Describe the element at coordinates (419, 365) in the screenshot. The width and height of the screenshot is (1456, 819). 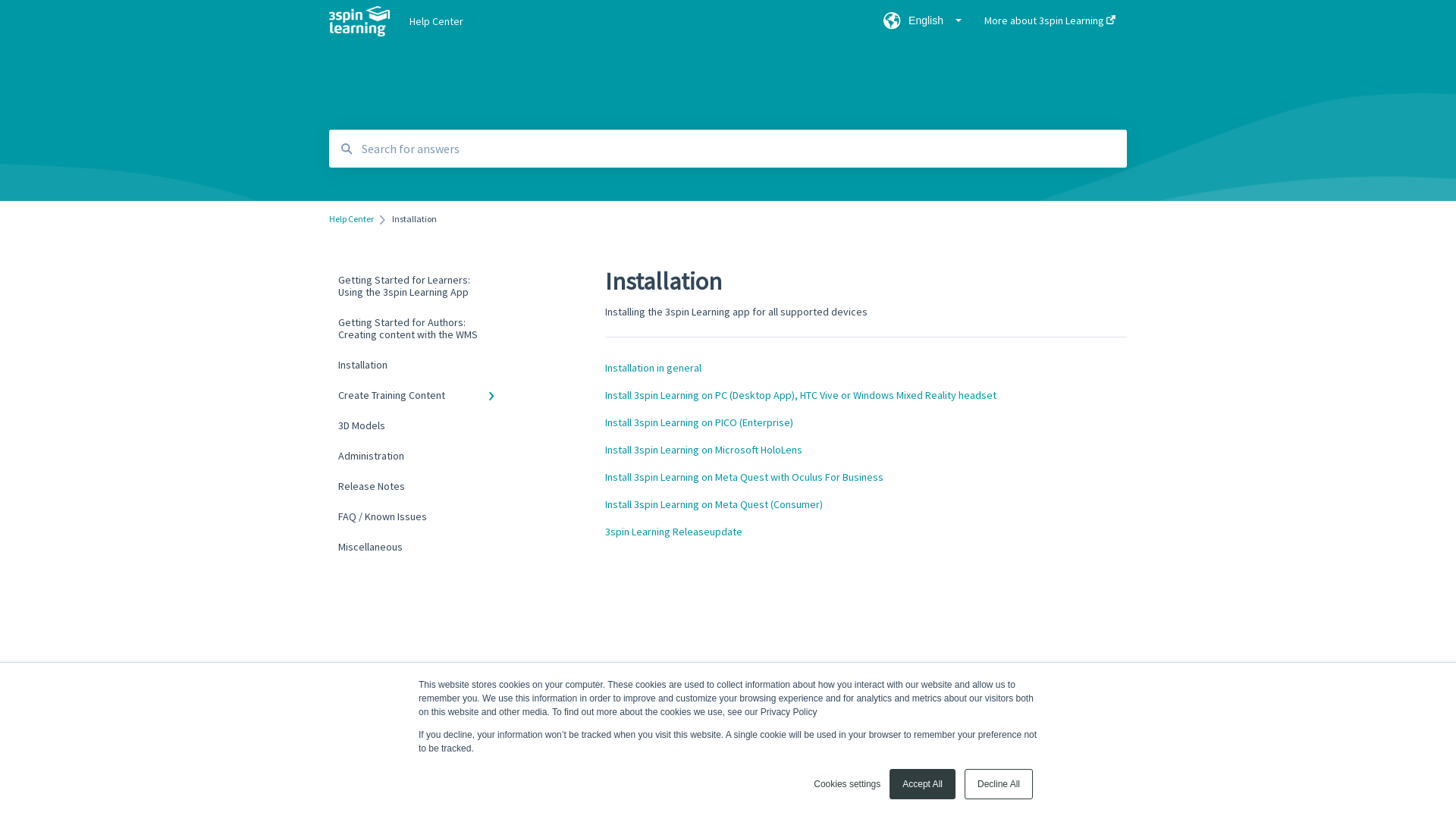
I see `'Installation'` at that location.